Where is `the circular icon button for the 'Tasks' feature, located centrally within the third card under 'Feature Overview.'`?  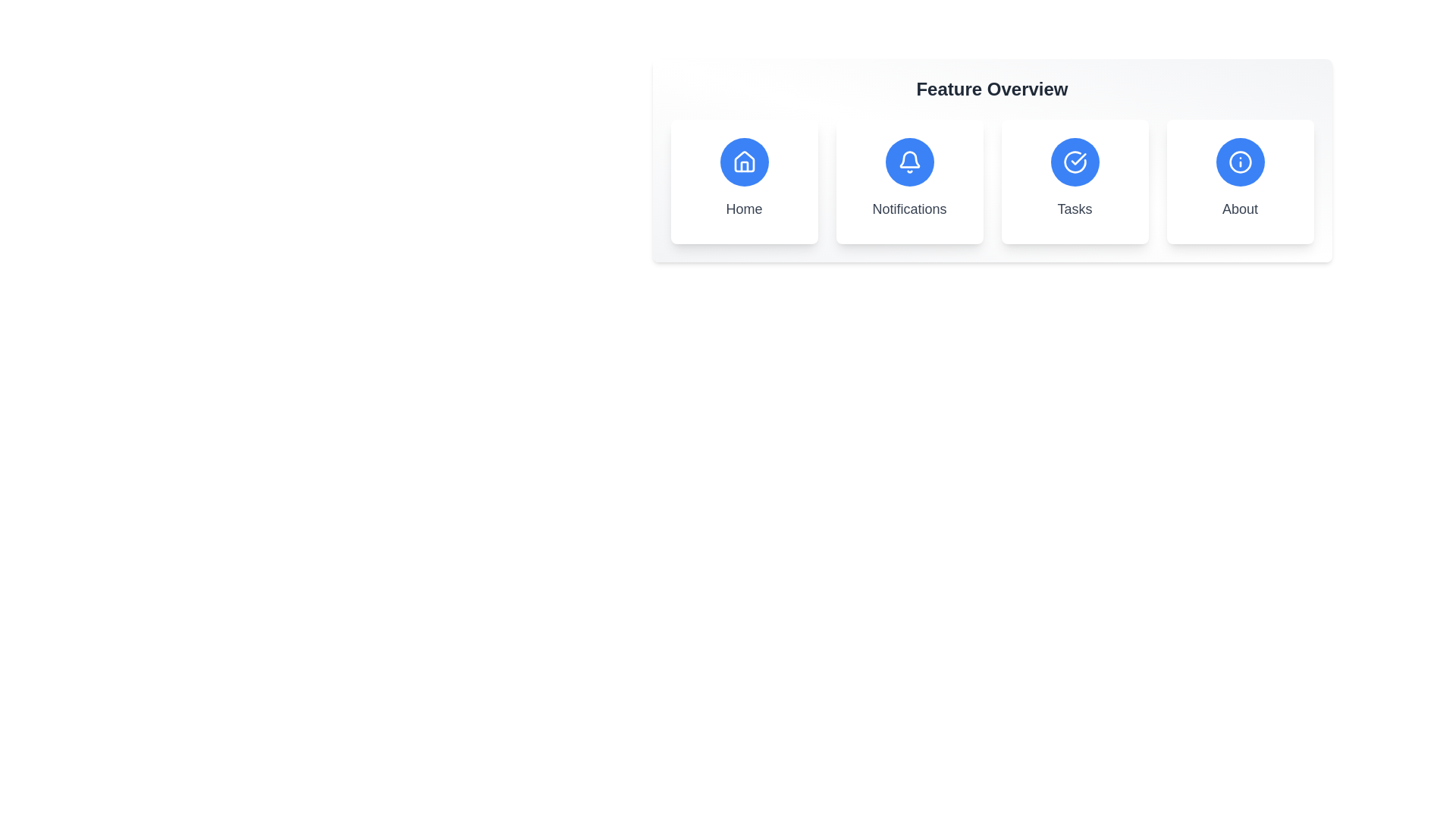
the circular icon button for the 'Tasks' feature, located centrally within the third card under 'Feature Overview.' is located at coordinates (1074, 162).